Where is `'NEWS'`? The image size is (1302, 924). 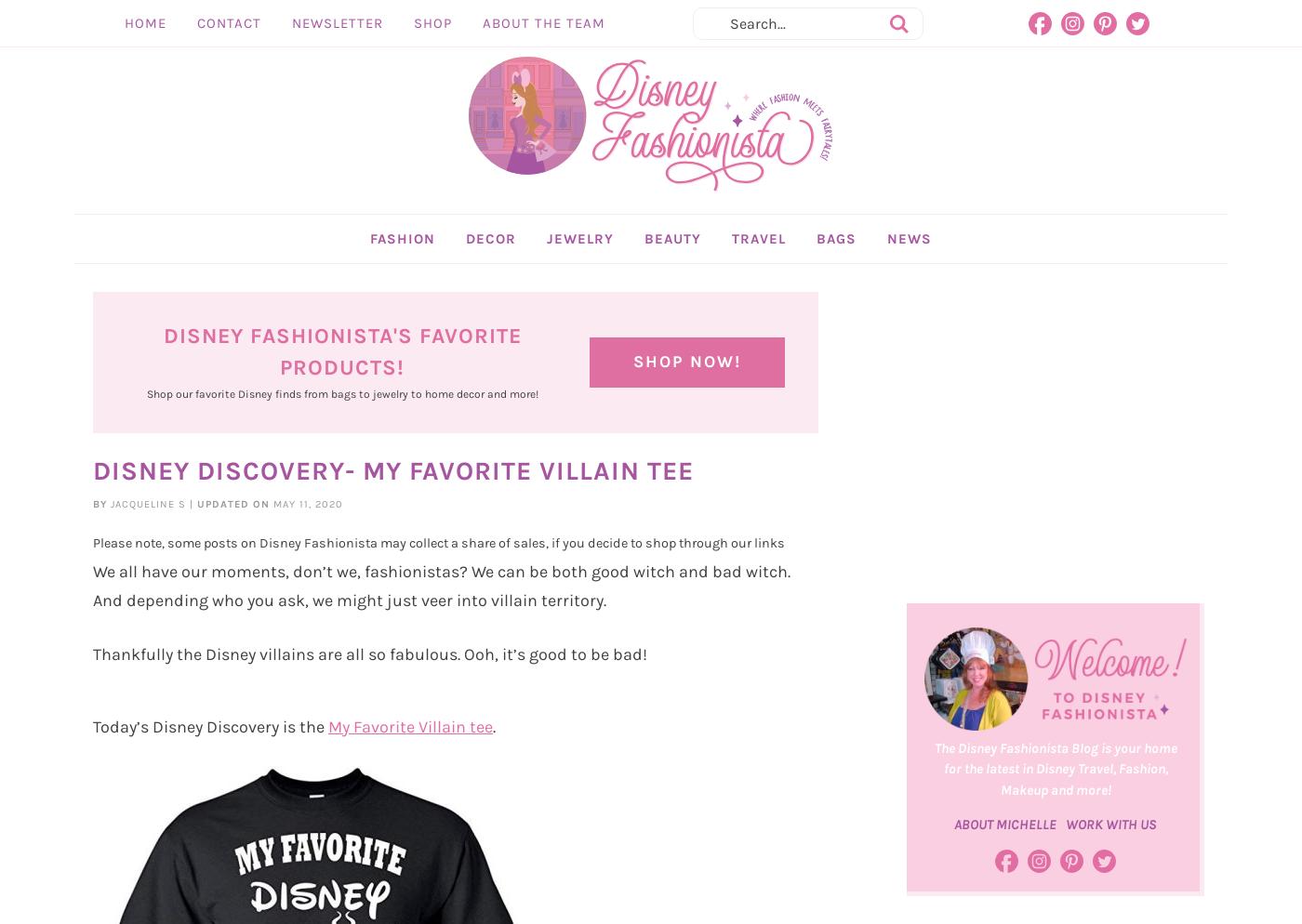
'NEWS' is located at coordinates (886, 280).